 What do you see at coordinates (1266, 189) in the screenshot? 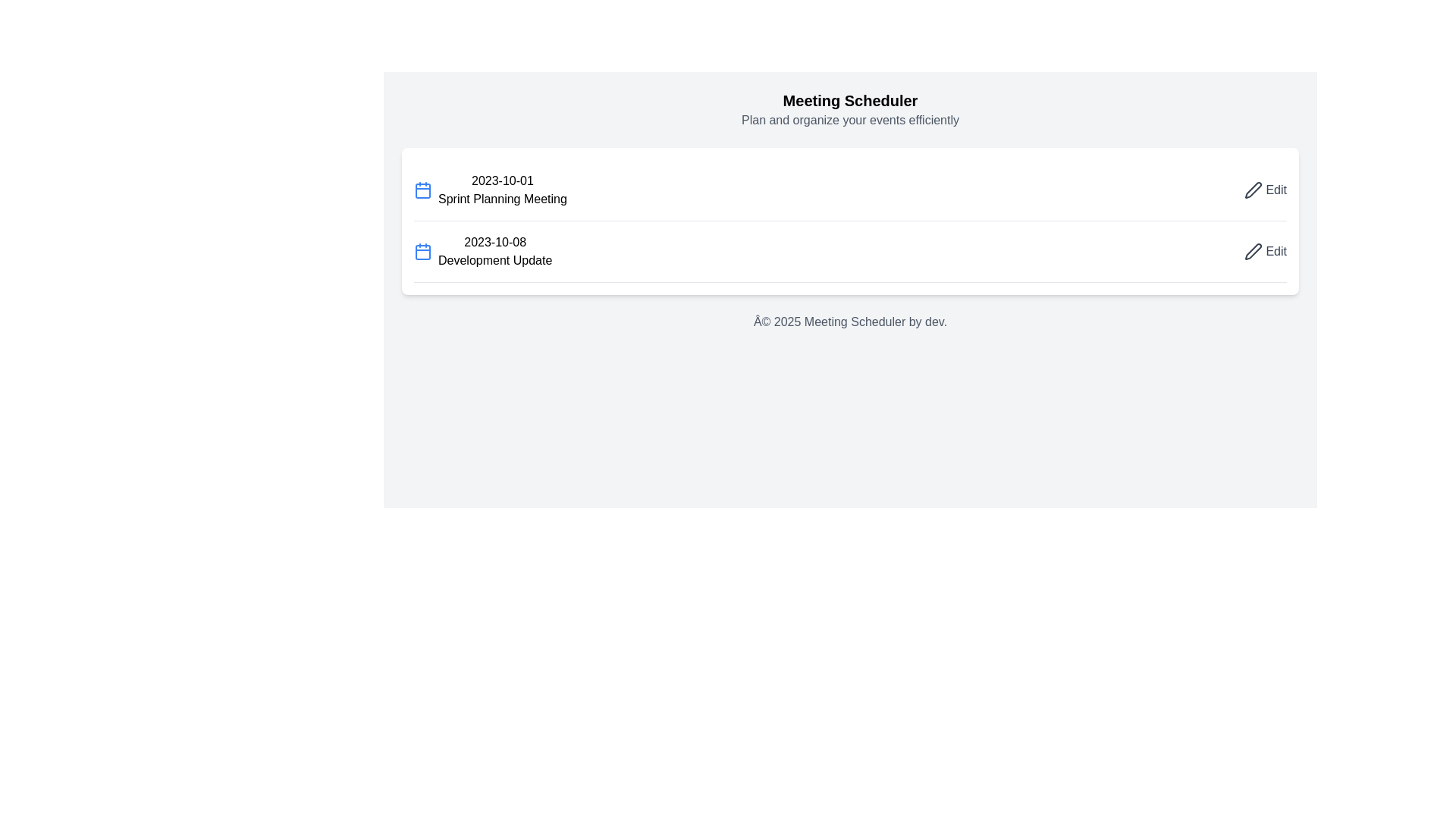
I see `the edit button located on the right-hand side of the top row in the meeting list to modify the details of the 'Sprint Planning Meeting' scheduled for '2023-10-01'` at bounding box center [1266, 189].